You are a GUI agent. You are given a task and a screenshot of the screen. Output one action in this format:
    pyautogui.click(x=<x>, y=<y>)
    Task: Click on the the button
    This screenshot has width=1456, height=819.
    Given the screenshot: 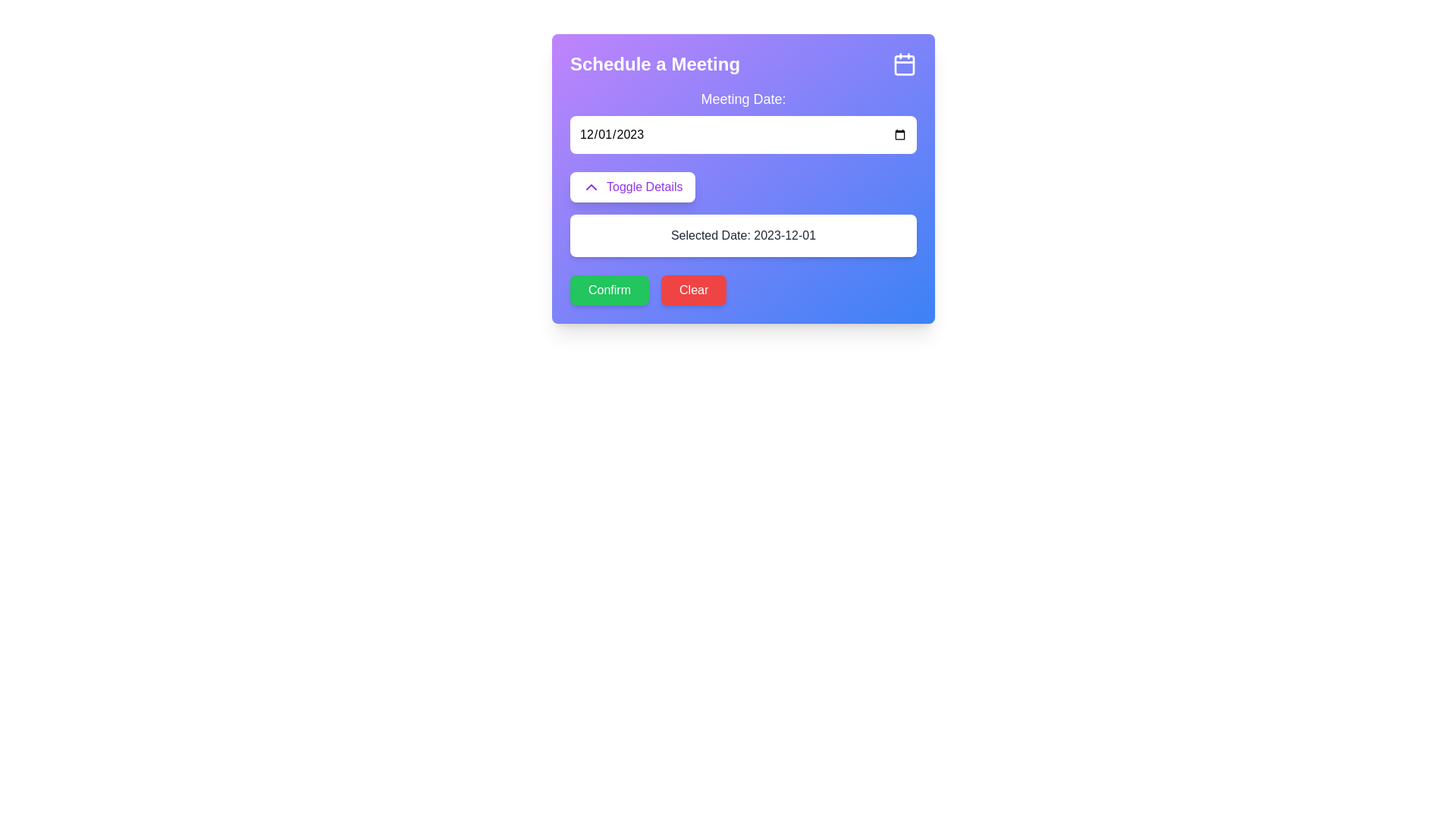 What is the action you would take?
    pyautogui.click(x=743, y=214)
    